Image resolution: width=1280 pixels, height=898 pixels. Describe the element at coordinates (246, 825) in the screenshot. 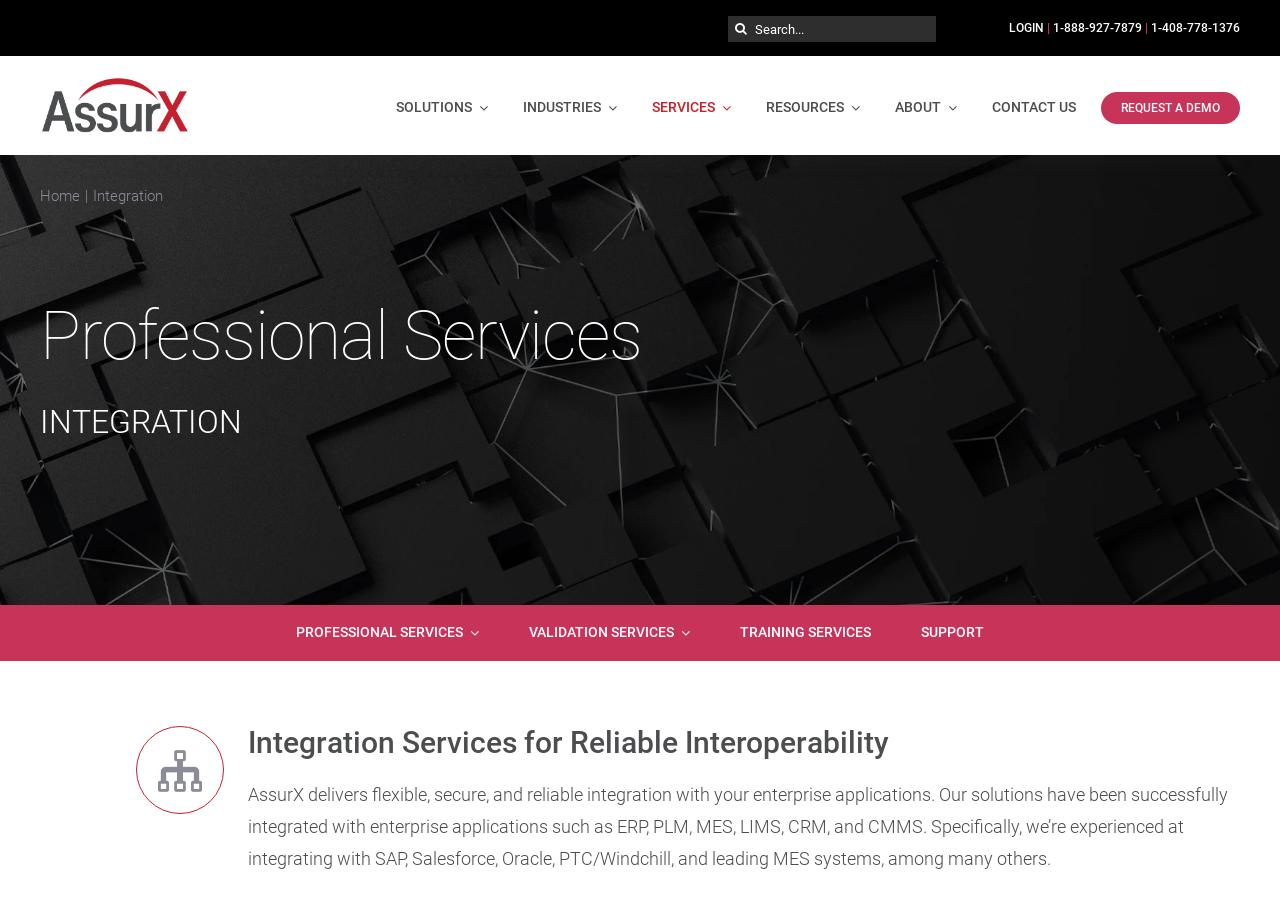

I see `'AssurX delivers flexible, secure, and reliable integration with your enterprise applications. Our solutions have been successfully integrated with enterprise applications such as ERP, PLM, MES, LIMS, CRM, and CMMS. Specifically, we’re experienced at integrating with SAP, Salesforce, Oracle, PTC/Windchill, and leading MES systems, among many others.'` at that location.